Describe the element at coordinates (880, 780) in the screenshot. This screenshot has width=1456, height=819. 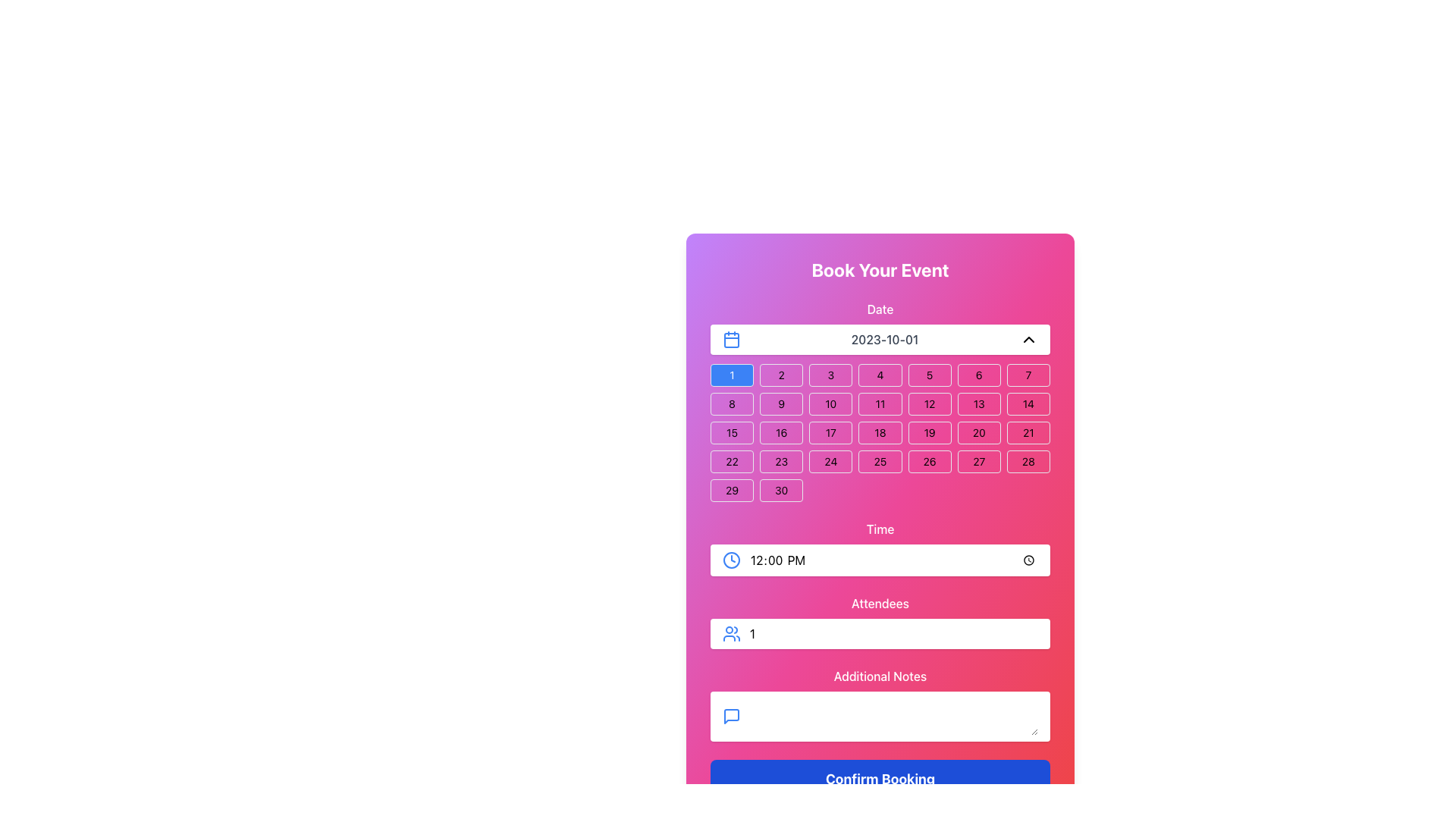
I see `the 'Confirm Booking' button, which is a rectangular button with a blue background and white bold text, located at the bottom of the 'Book Your Event' form card` at that location.